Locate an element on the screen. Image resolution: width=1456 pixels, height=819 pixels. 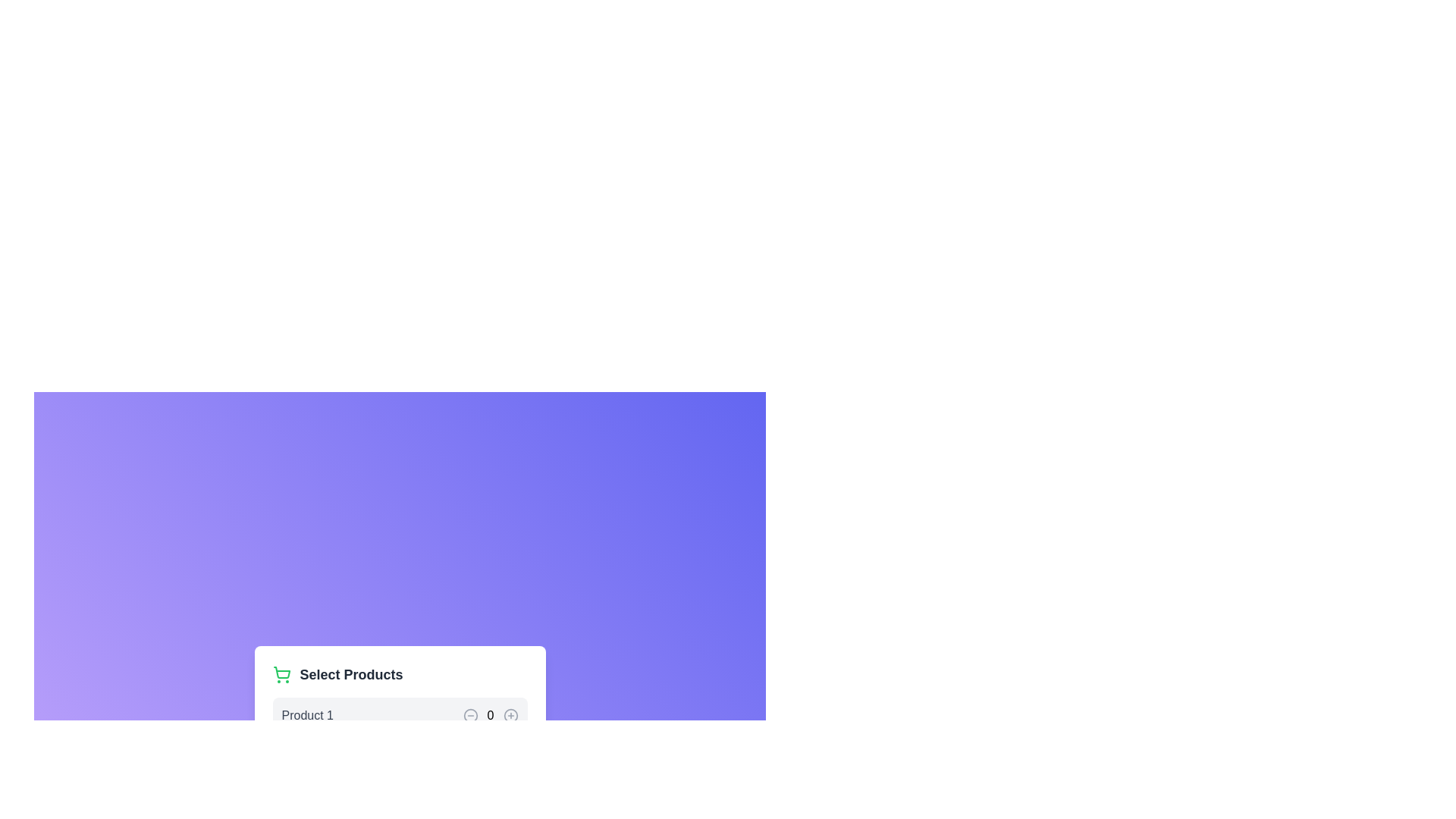
the shopping cart icon, which has a green outline with rounded corners, located at the far left edge of the section containing the text 'Select Products' is located at coordinates (281, 674).